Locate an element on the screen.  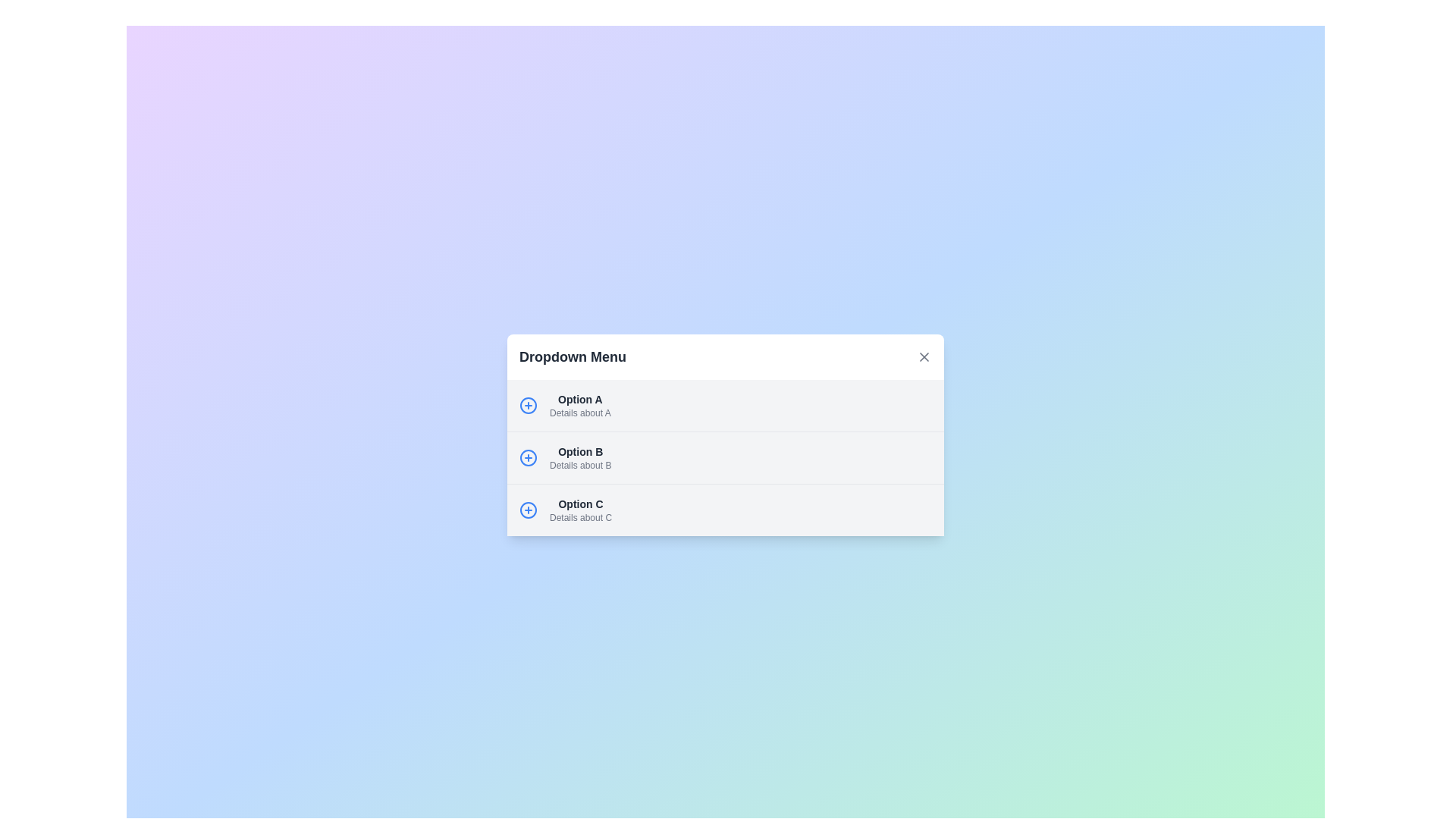
the text label displaying 'Option C', which is in bold, dark gray font and located in the third row of a dropdown menu is located at coordinates (580, 504).